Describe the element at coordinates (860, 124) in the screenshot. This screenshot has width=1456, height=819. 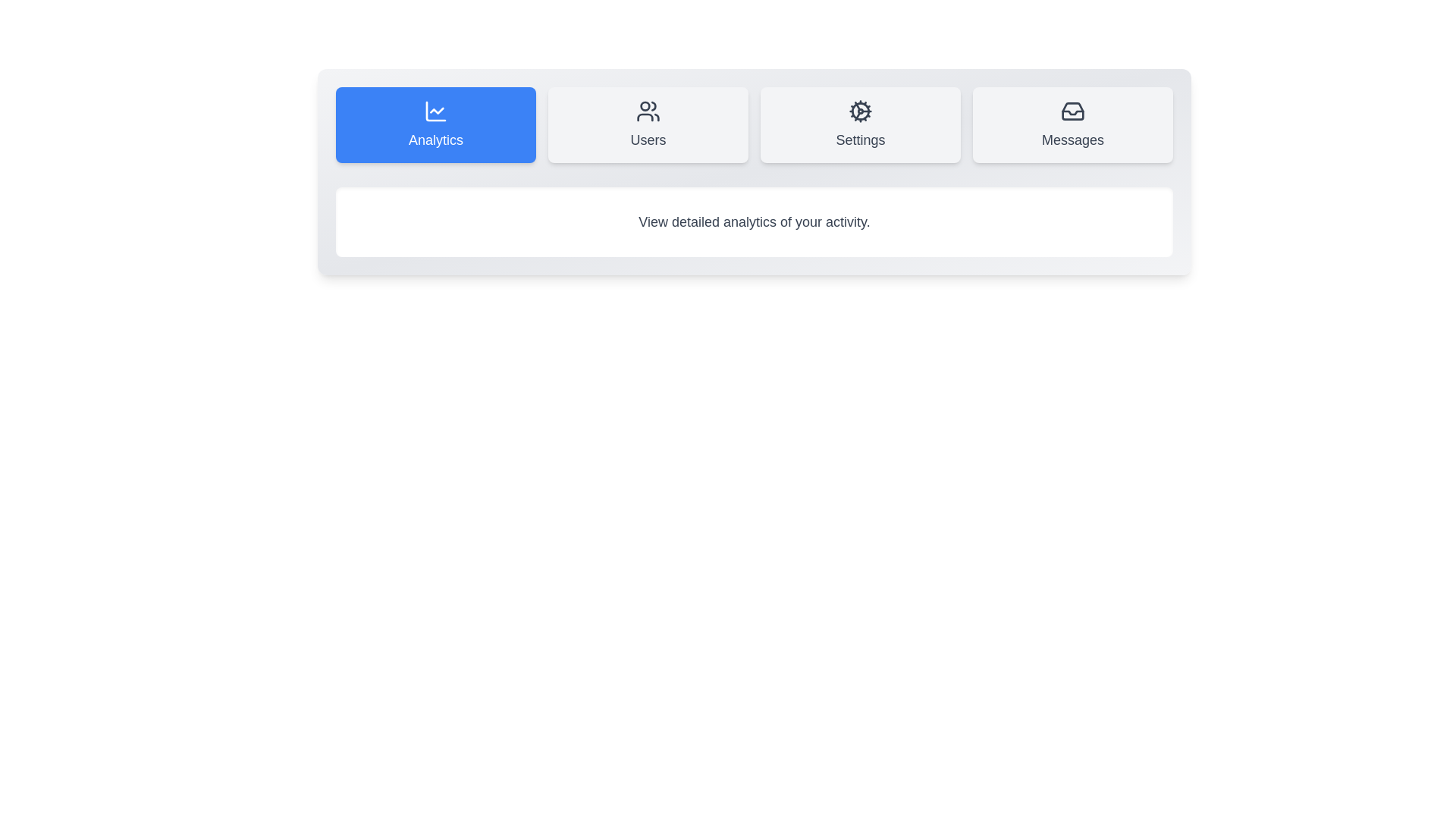
I see `the Settings tab to see its hover effect` at that location.